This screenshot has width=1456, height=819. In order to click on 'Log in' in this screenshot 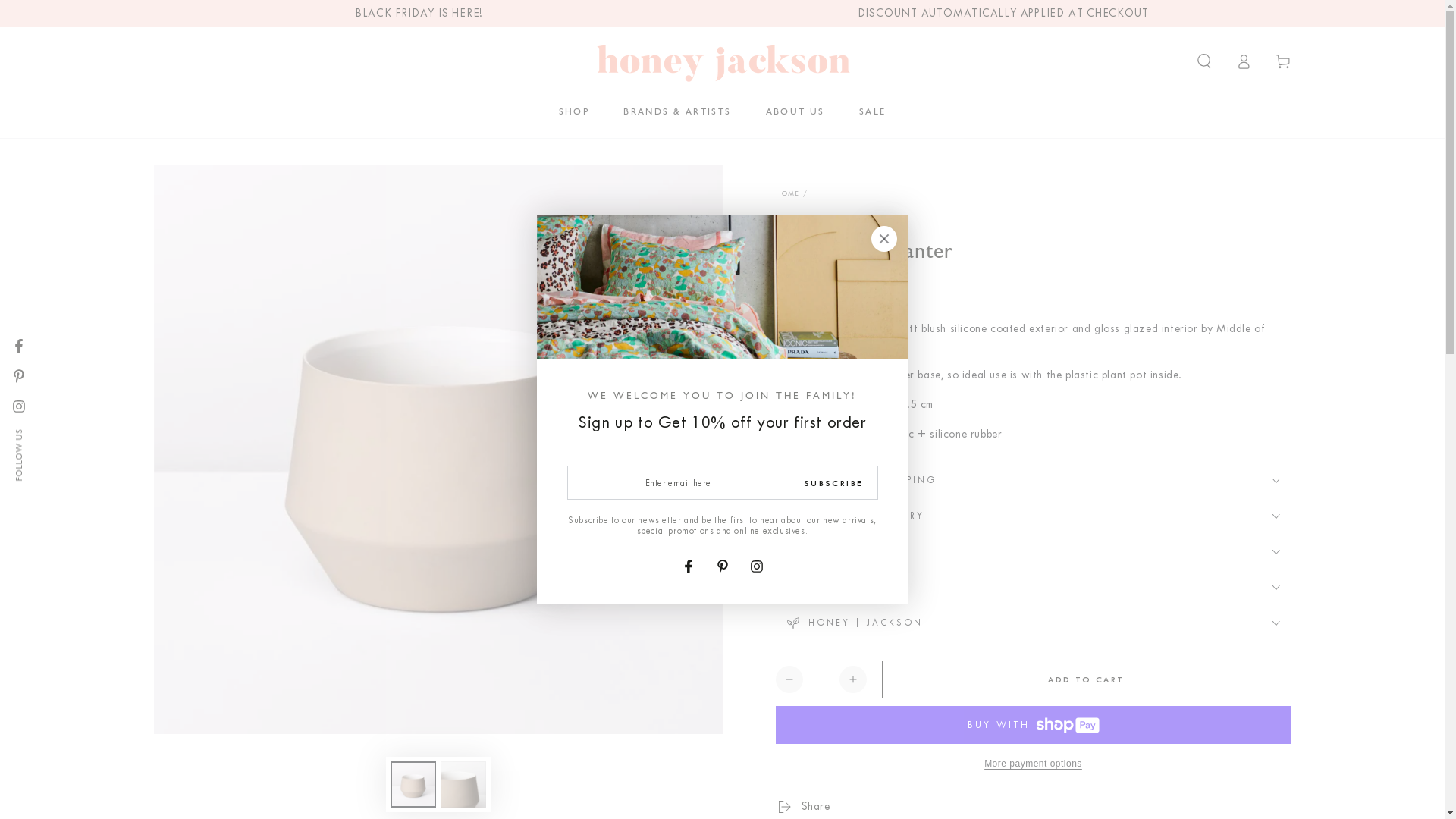, I will do `click(1223, 61)`.